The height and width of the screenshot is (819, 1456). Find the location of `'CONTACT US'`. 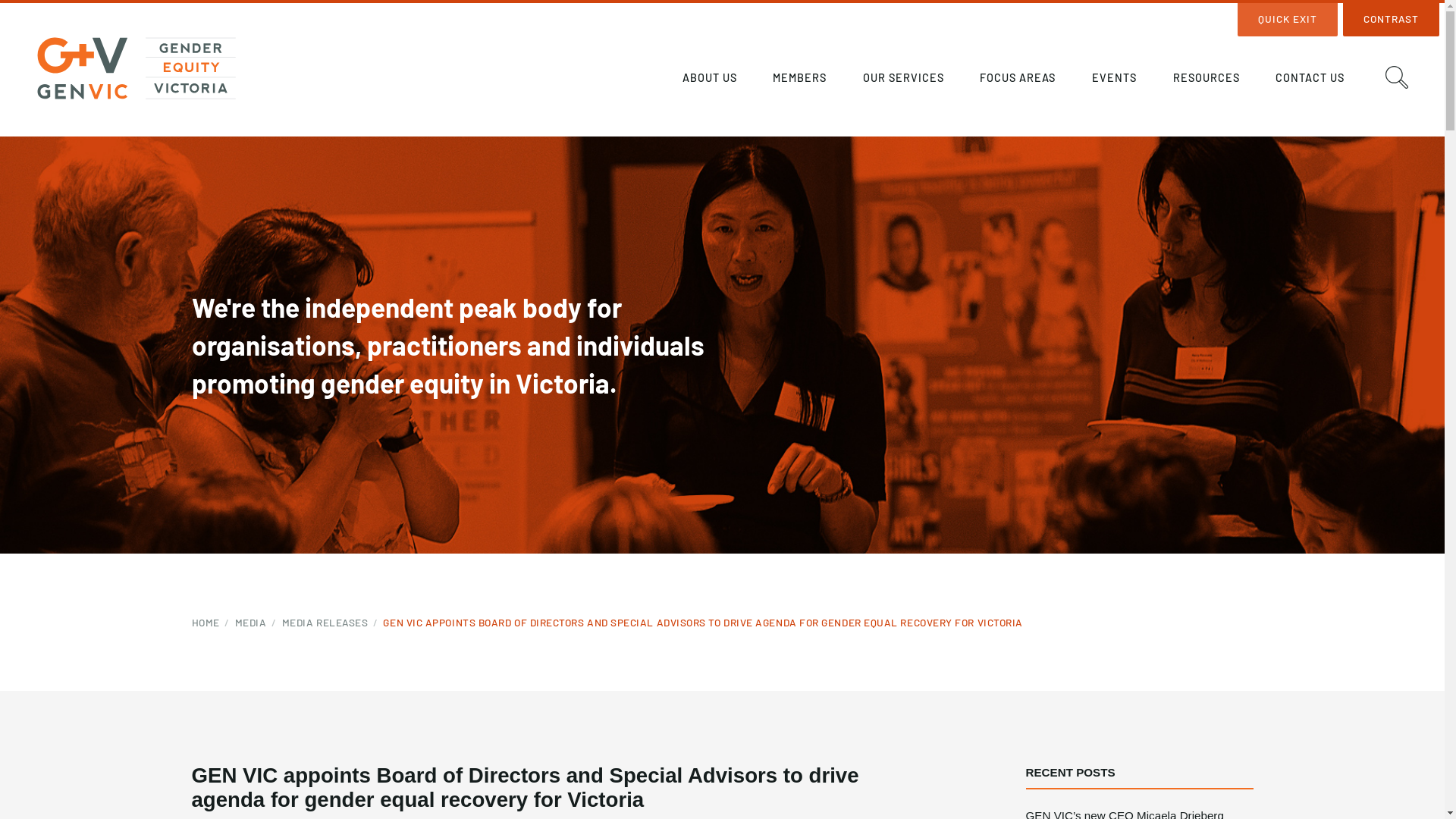

'CONTACT US' is located at coordinates (1310, 80).